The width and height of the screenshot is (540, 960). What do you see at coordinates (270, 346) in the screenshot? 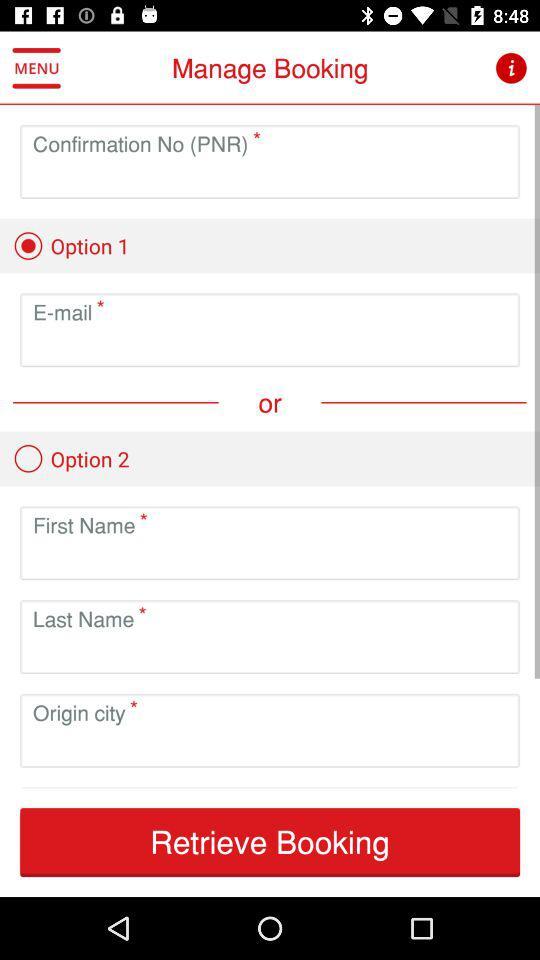
I see `put email address` at bounding box center [270, 346].